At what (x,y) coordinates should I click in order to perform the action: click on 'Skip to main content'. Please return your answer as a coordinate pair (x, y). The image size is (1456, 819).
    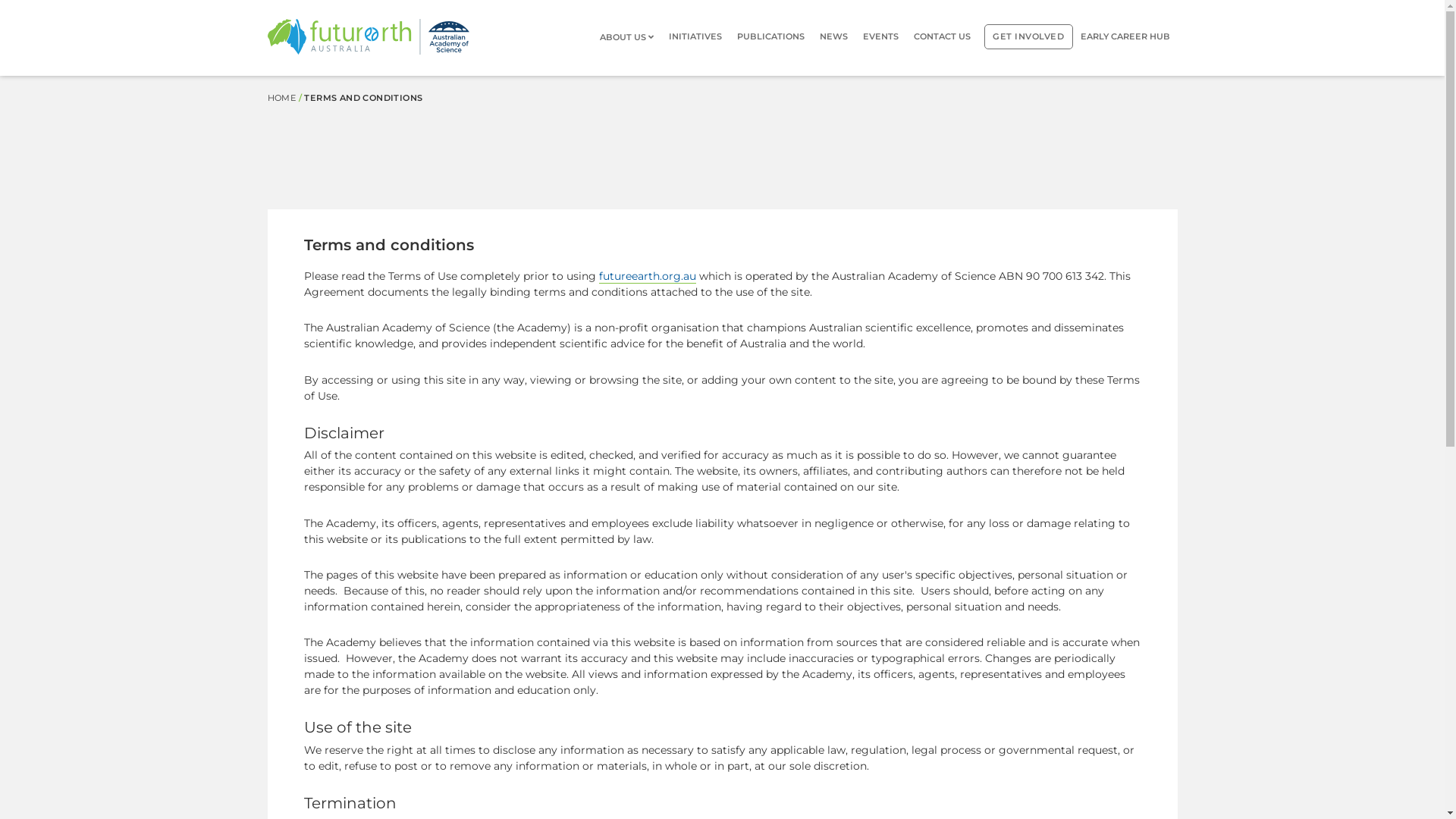
    Looking at the image, I should click on (0, 76).